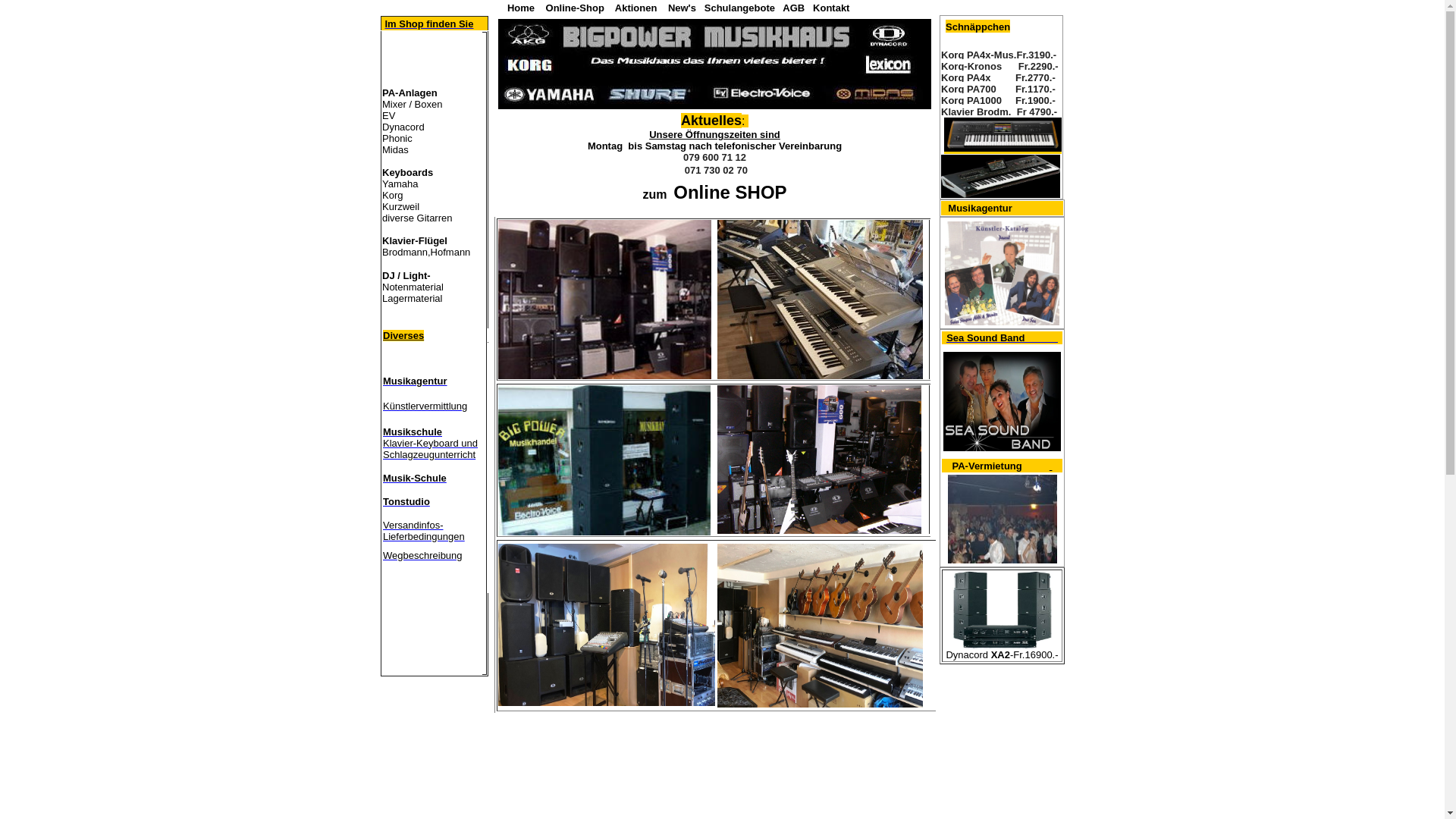 The height and width of the screenshot is (819, 1456). Describe the element at coordinates (654, 193) in the screenshot. I see `'zum'` at that location.